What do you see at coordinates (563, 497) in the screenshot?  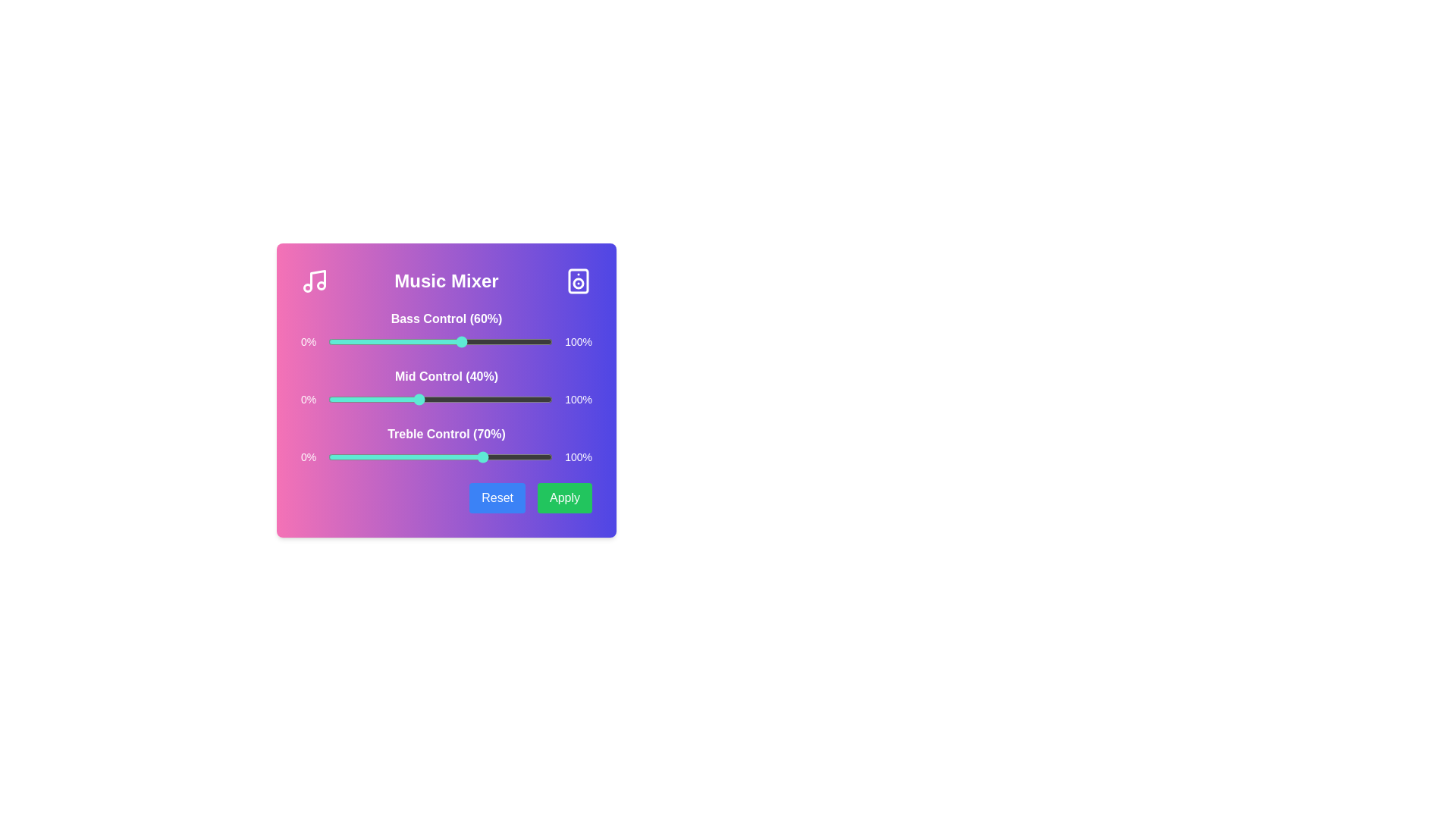 I see `the 'Apply' button` at bounding box center [563, 497].